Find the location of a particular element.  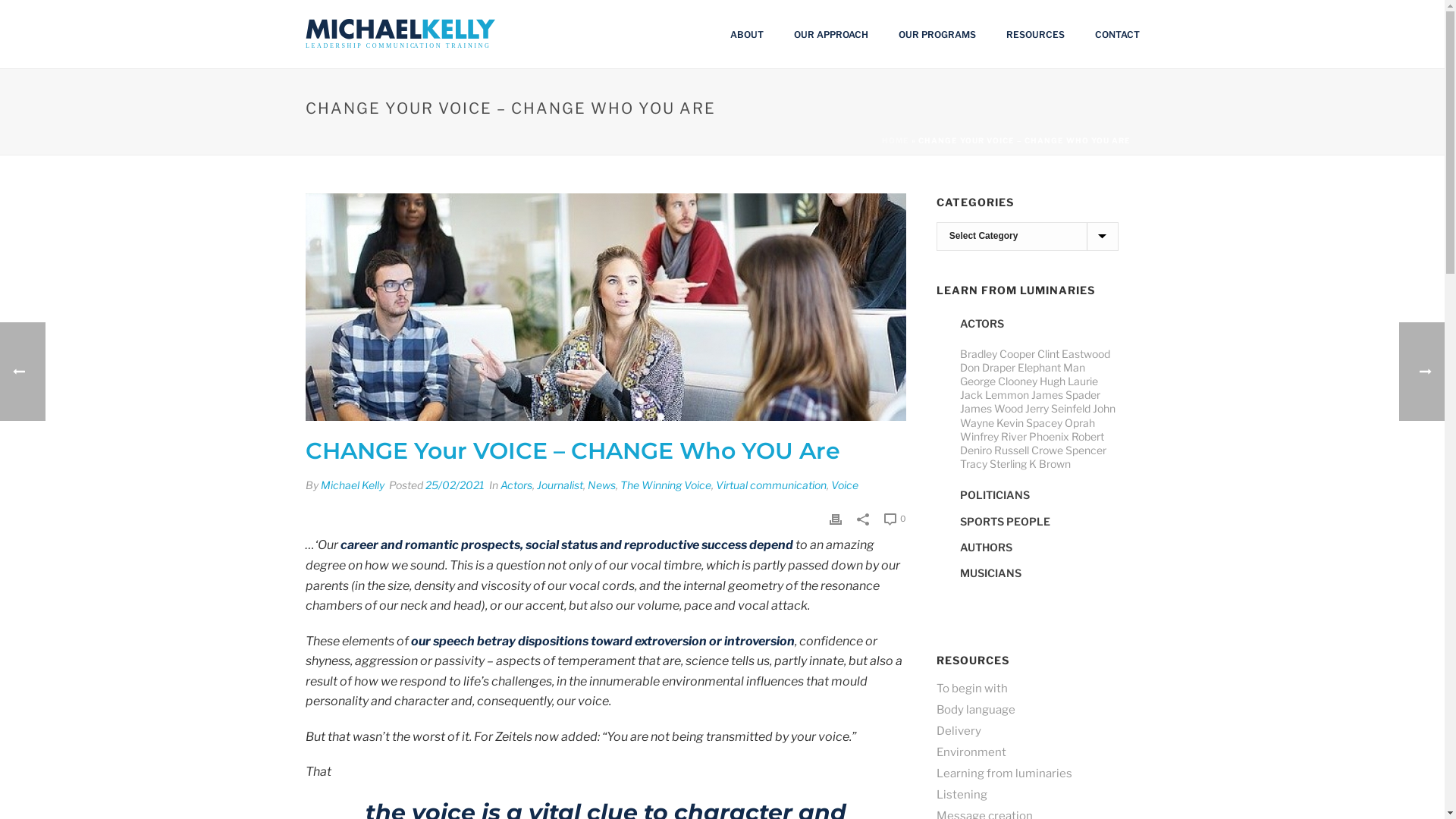

'OUR PROGRAMS' is located at coordinates (935, 34).